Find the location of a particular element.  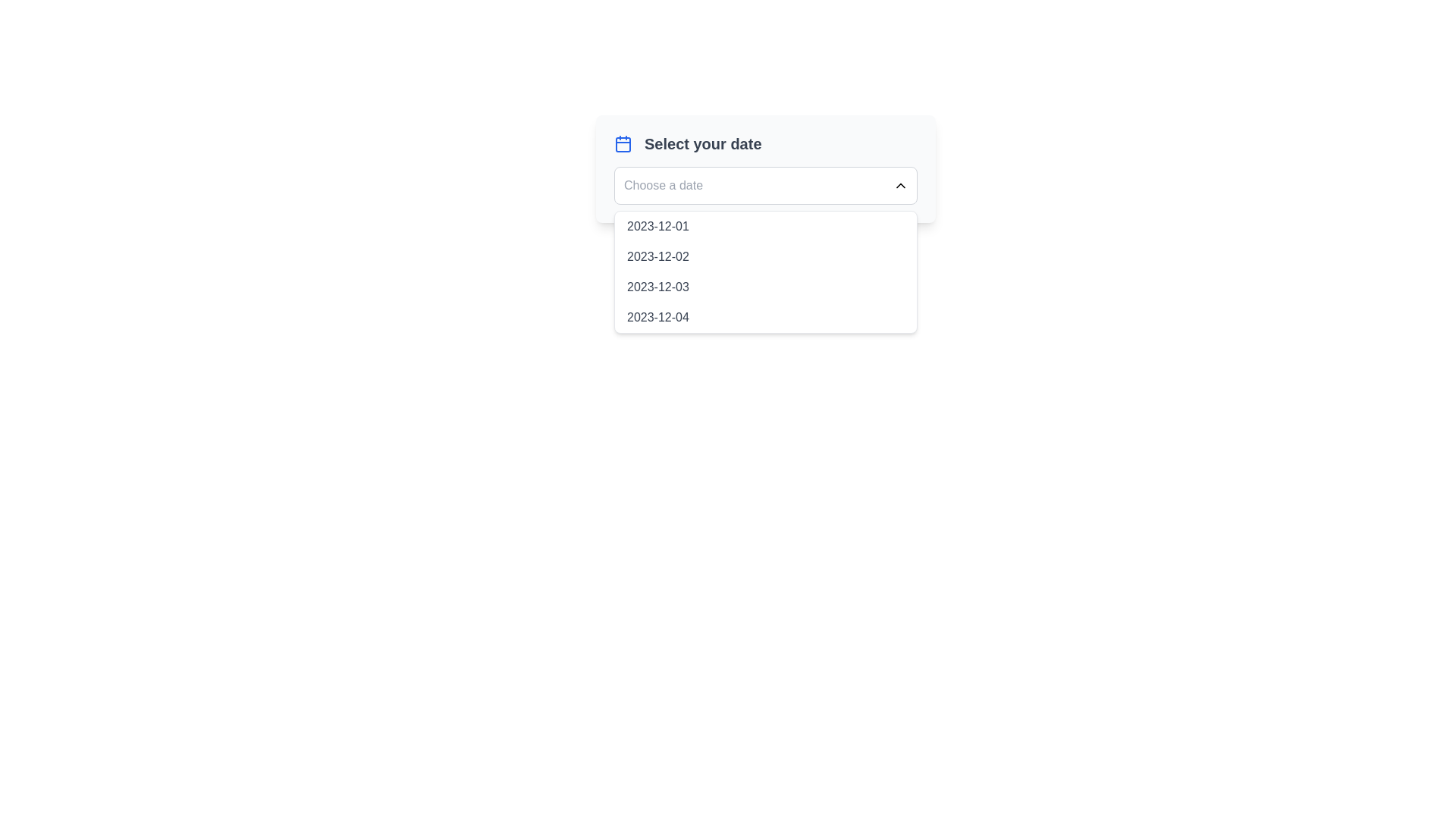

the calendar icon component located to the left of the text 'Select your date' in the date selection interface is located at coordinates (623, 145).